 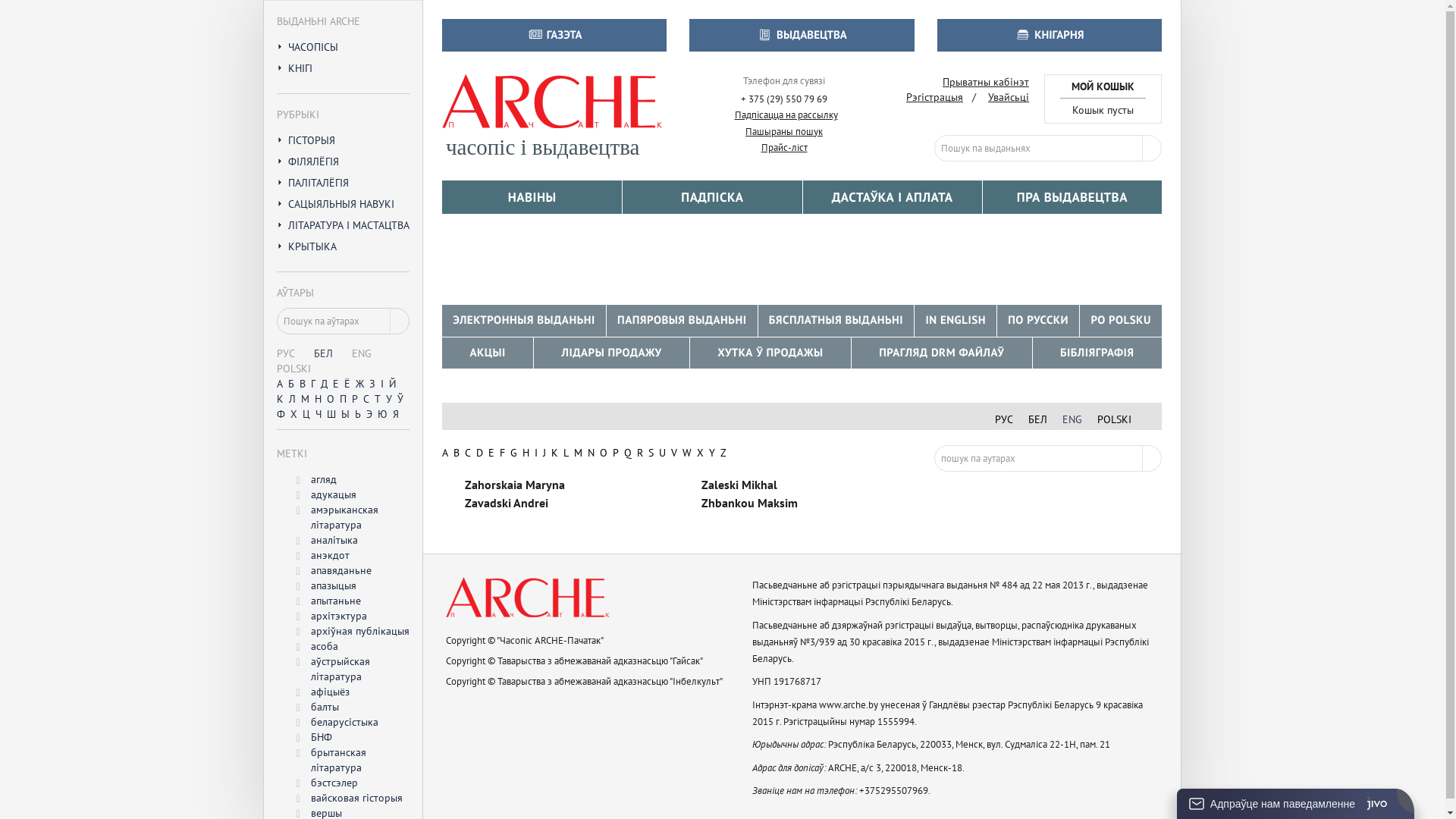 I want to click on 'Zaleski Mikhal', so click(x=739, y=485).